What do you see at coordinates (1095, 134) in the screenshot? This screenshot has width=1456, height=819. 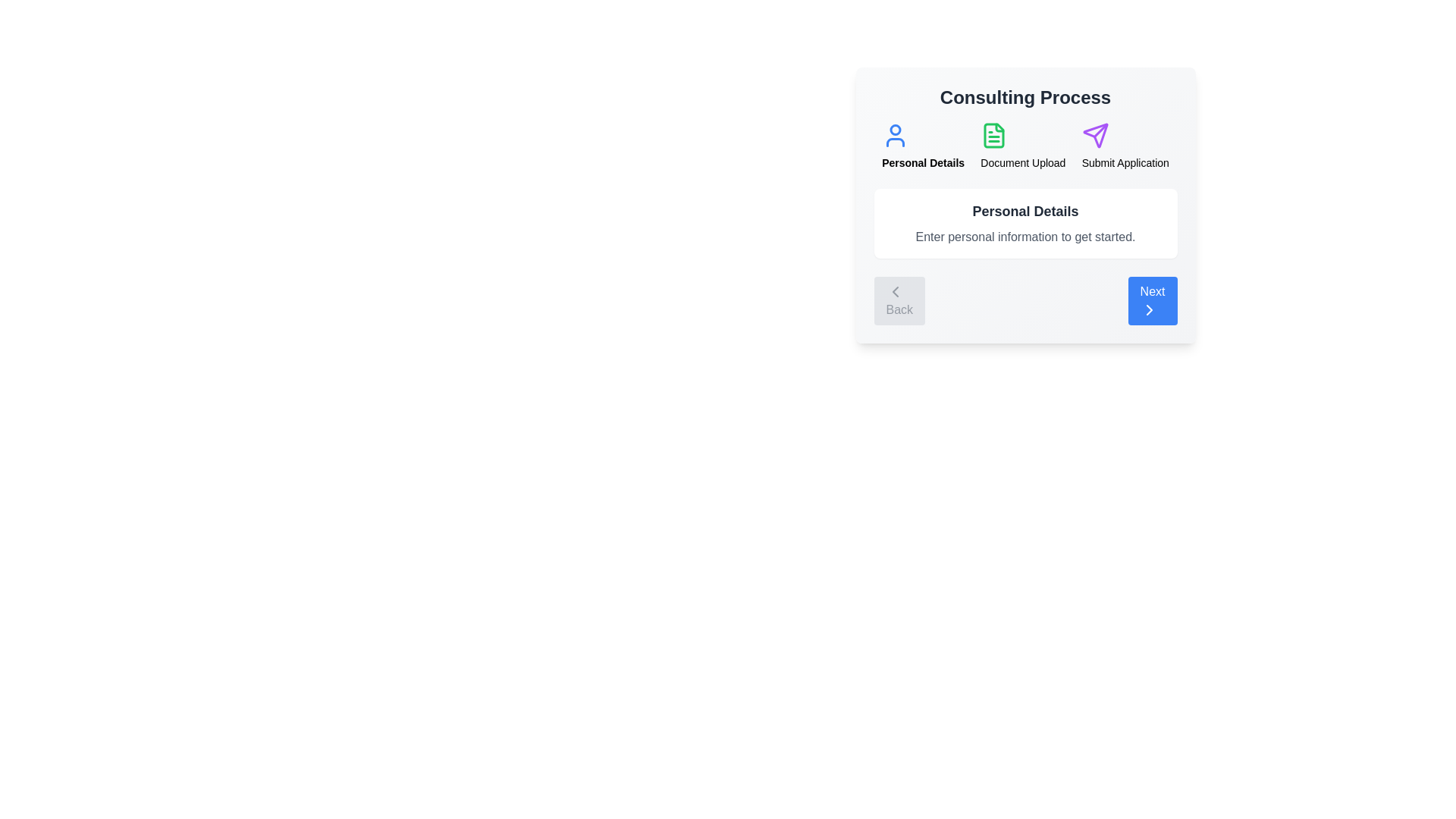 I see `the step Submit Application by clicking its icon` at bounding box center [1095, 134].